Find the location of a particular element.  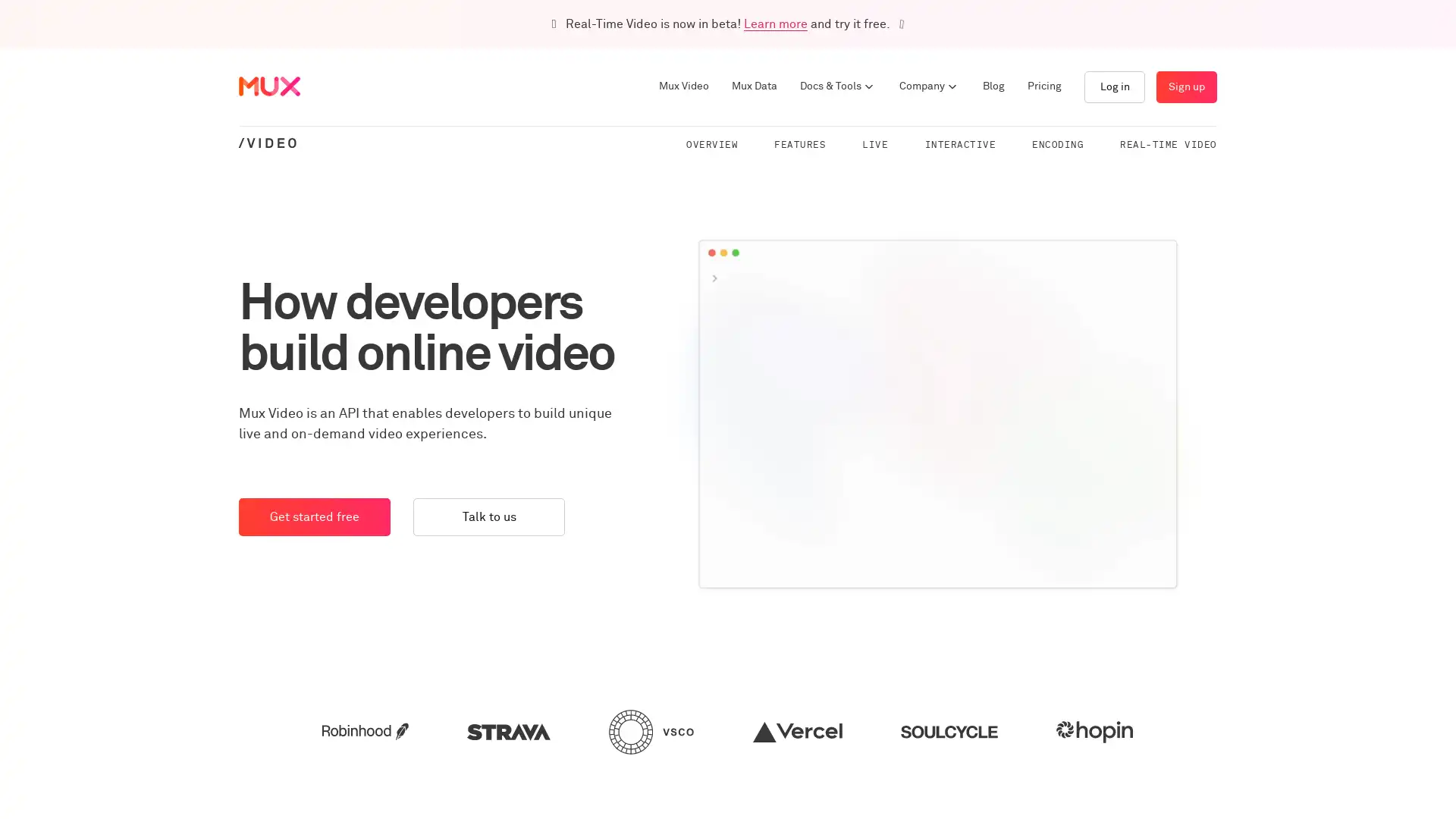

Company is located at coordinates (928, 86).